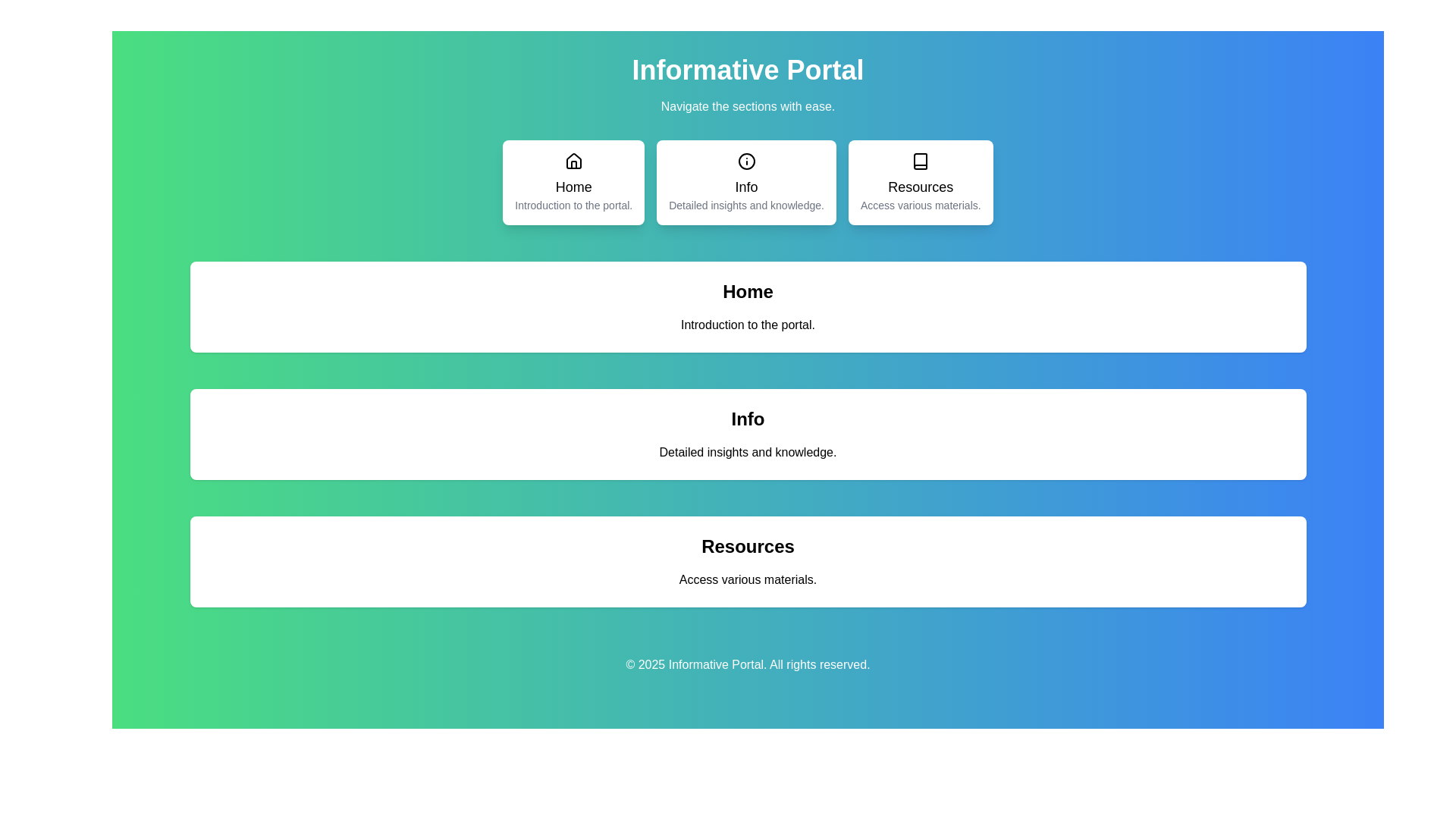 The image size is (1456, 819). Describe the element at coordinates (746, 186) in the screenshot. I see `Text label located at the center of the middle card, which serves as the title or heading, positioned directly below the circular information icon` at that location.